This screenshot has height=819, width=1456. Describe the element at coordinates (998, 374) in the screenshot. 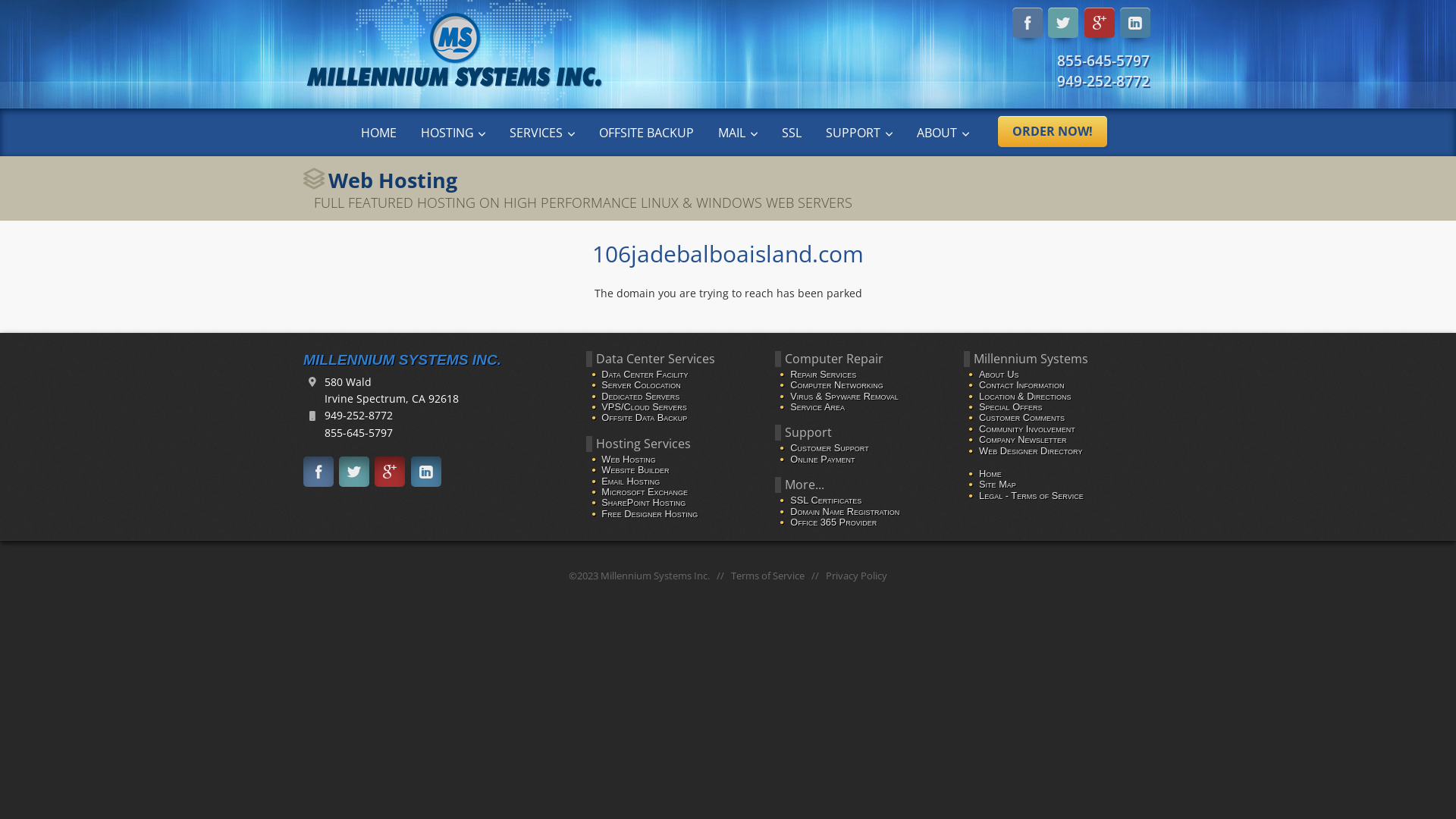

I see `'About Us'` at that location.